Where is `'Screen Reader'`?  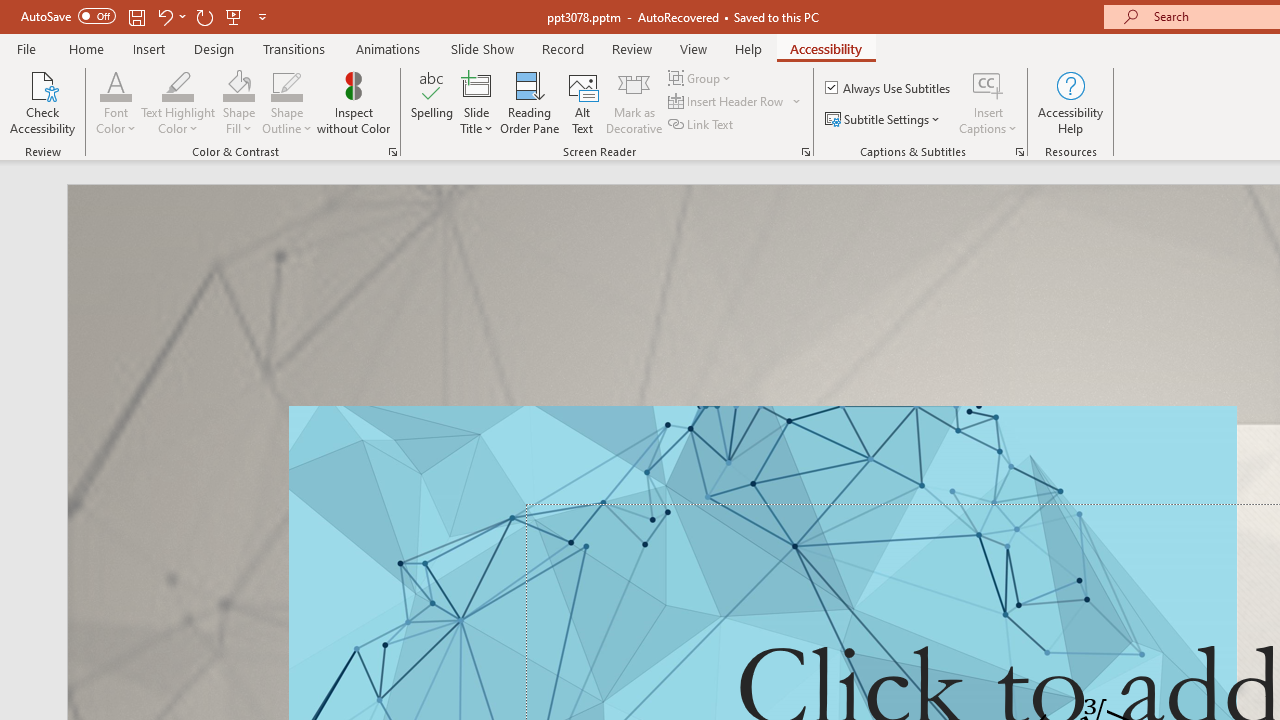 'Screen Reader' is located at coordinates (805, 150).